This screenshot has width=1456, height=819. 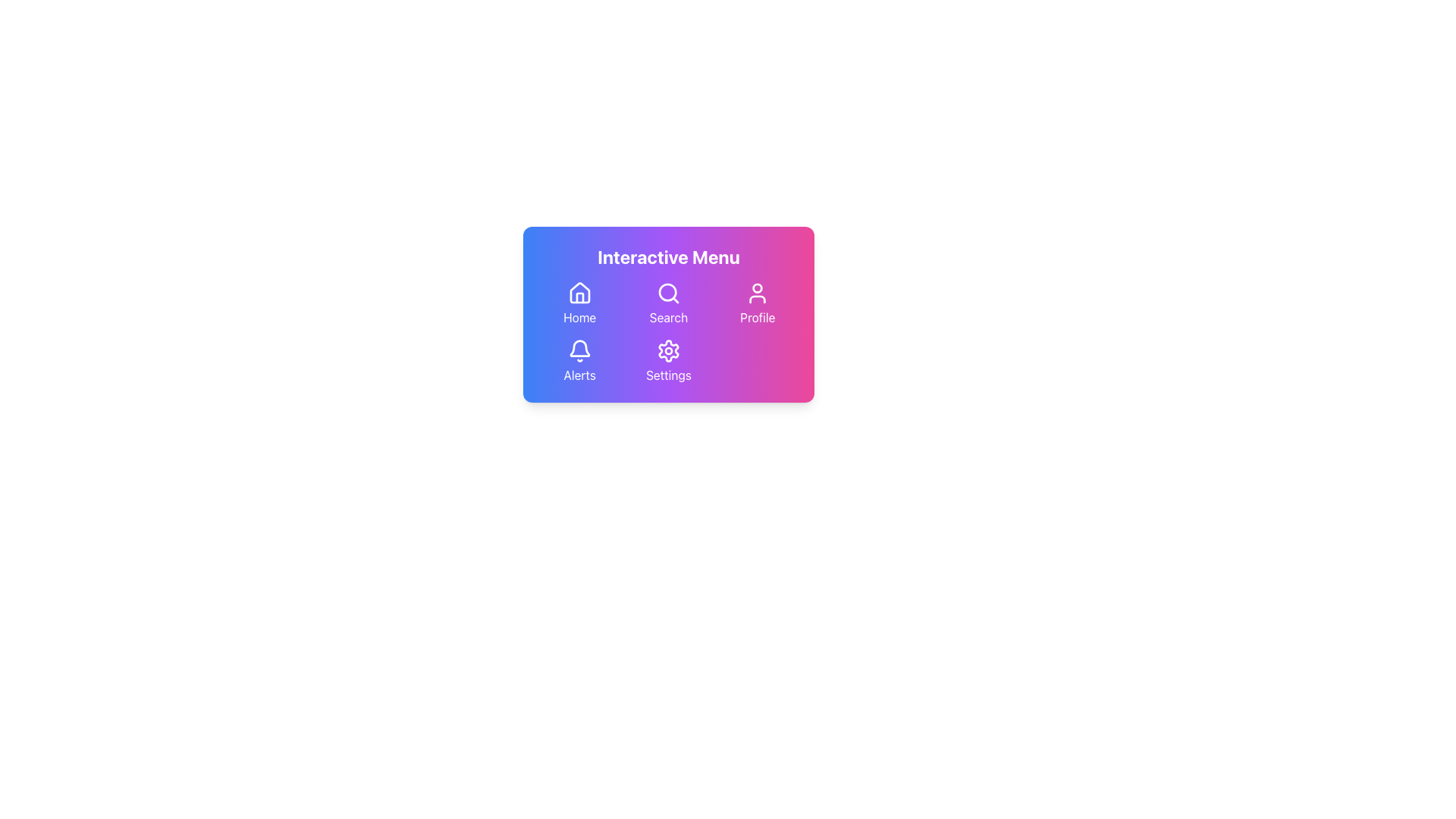 What do you see at coordinates (758, 304) in the screenshot?
I see `the profile navigation button located in the top-right portion of the 3x2 grid layout, which is the third button next to the 'Search' button` at bounding box center [758, 304].